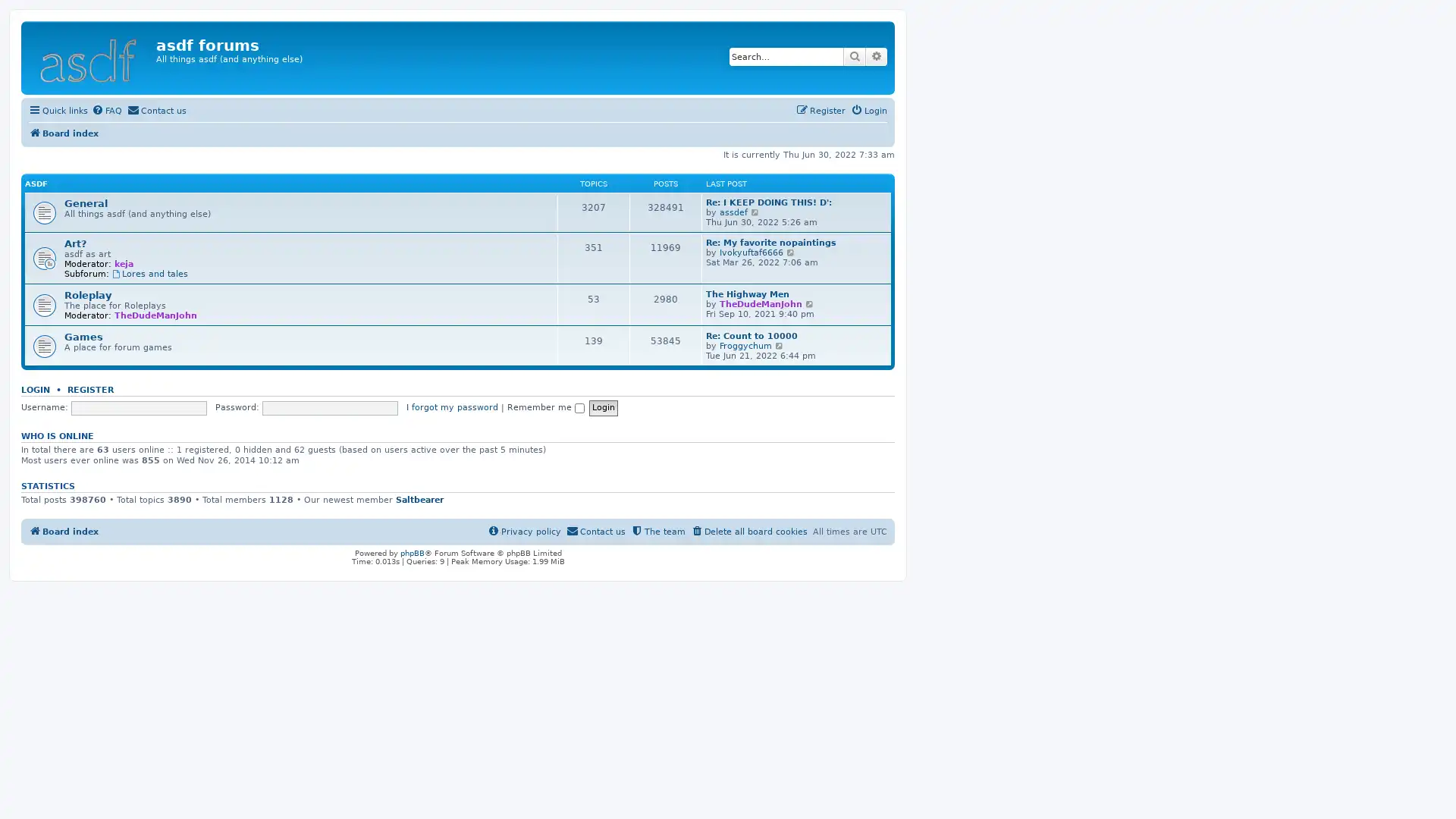  What do you see at coordinates (855, 55) in the screenshot?
I see `Search` at bounding box center [855, 55].